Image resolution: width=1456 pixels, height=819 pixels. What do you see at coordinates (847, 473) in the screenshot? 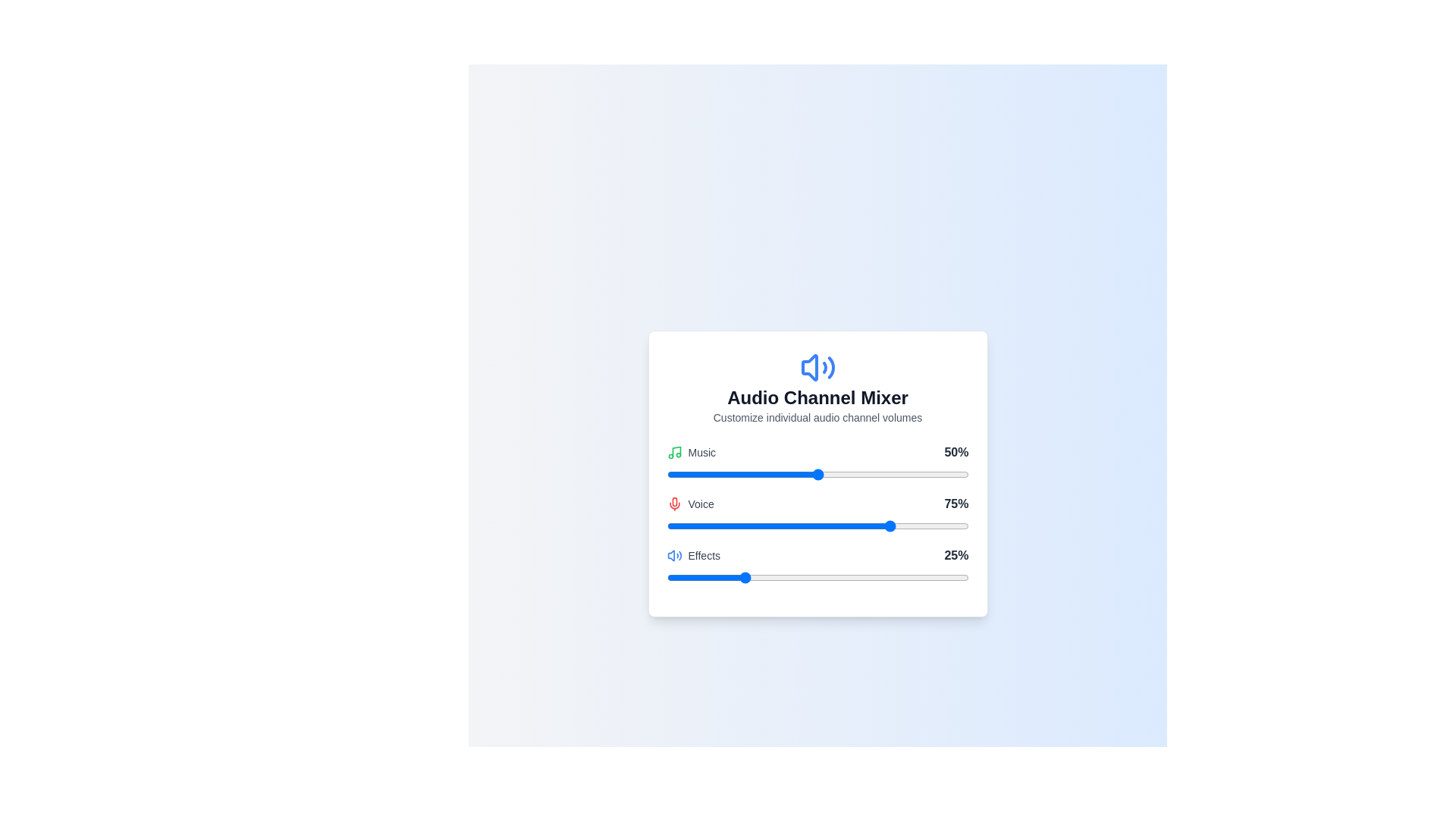
I see `music volume` at bounding box center [847, 473].